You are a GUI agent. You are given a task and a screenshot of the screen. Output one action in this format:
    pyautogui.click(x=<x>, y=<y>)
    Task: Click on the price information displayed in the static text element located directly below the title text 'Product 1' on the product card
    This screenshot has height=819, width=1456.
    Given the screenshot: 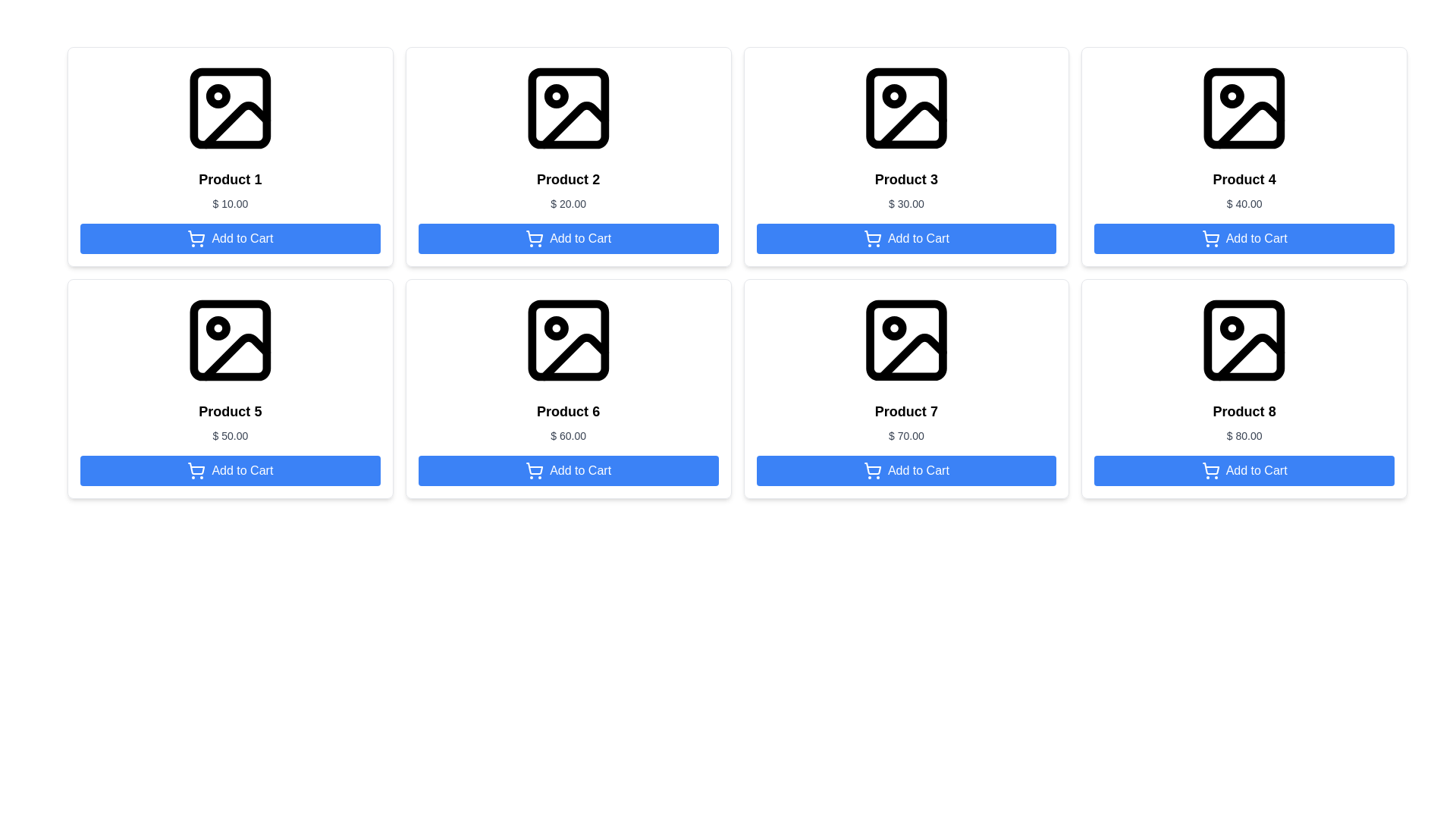 What is the action you would take?
    pyautogui.click(x=229, y=203)
    